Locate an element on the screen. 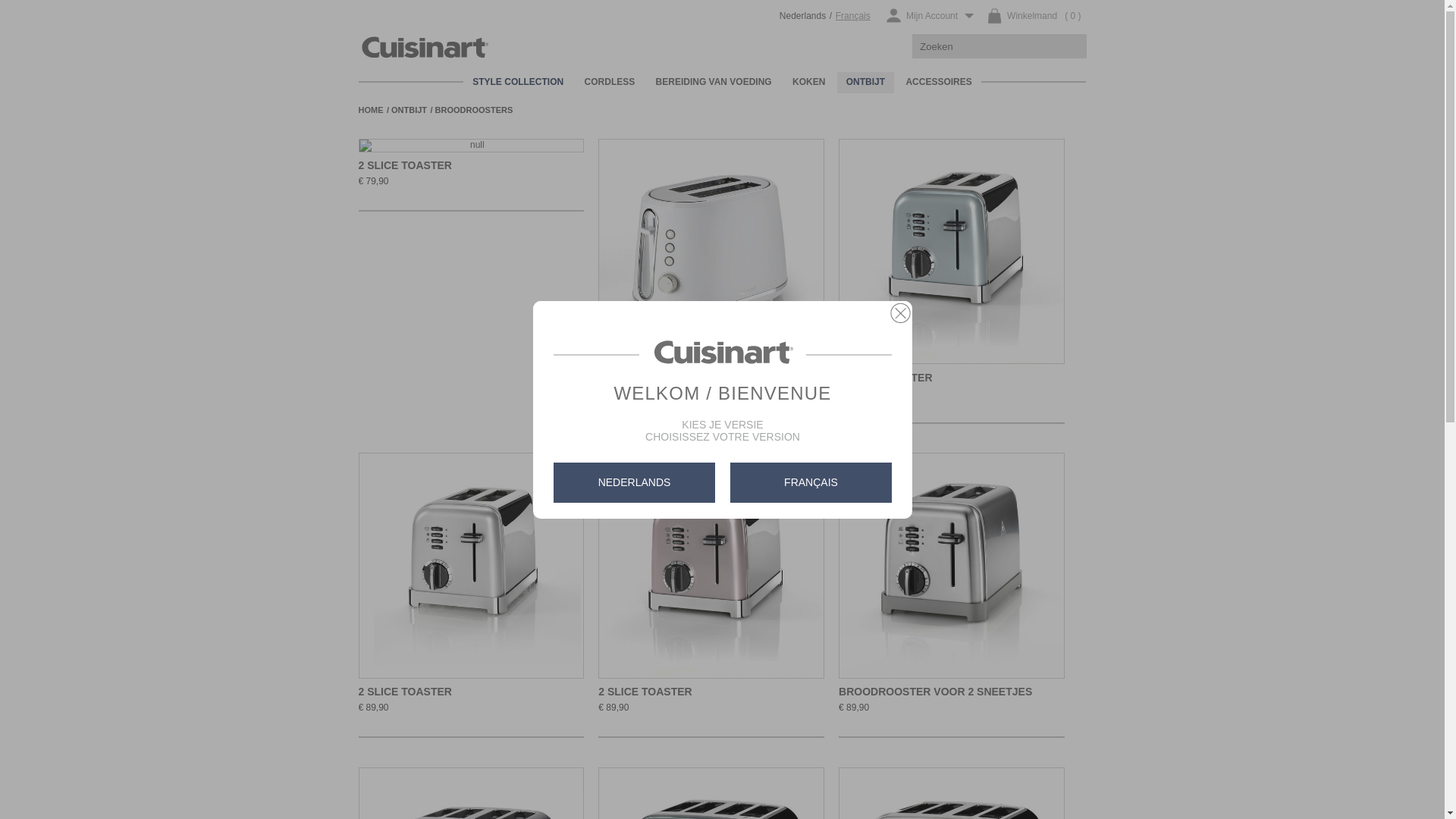 The height and width of the screenshot is (819, 1456). 'Ga naar het product: 2 Slice Toaster' is located at coordinates (710, 250).